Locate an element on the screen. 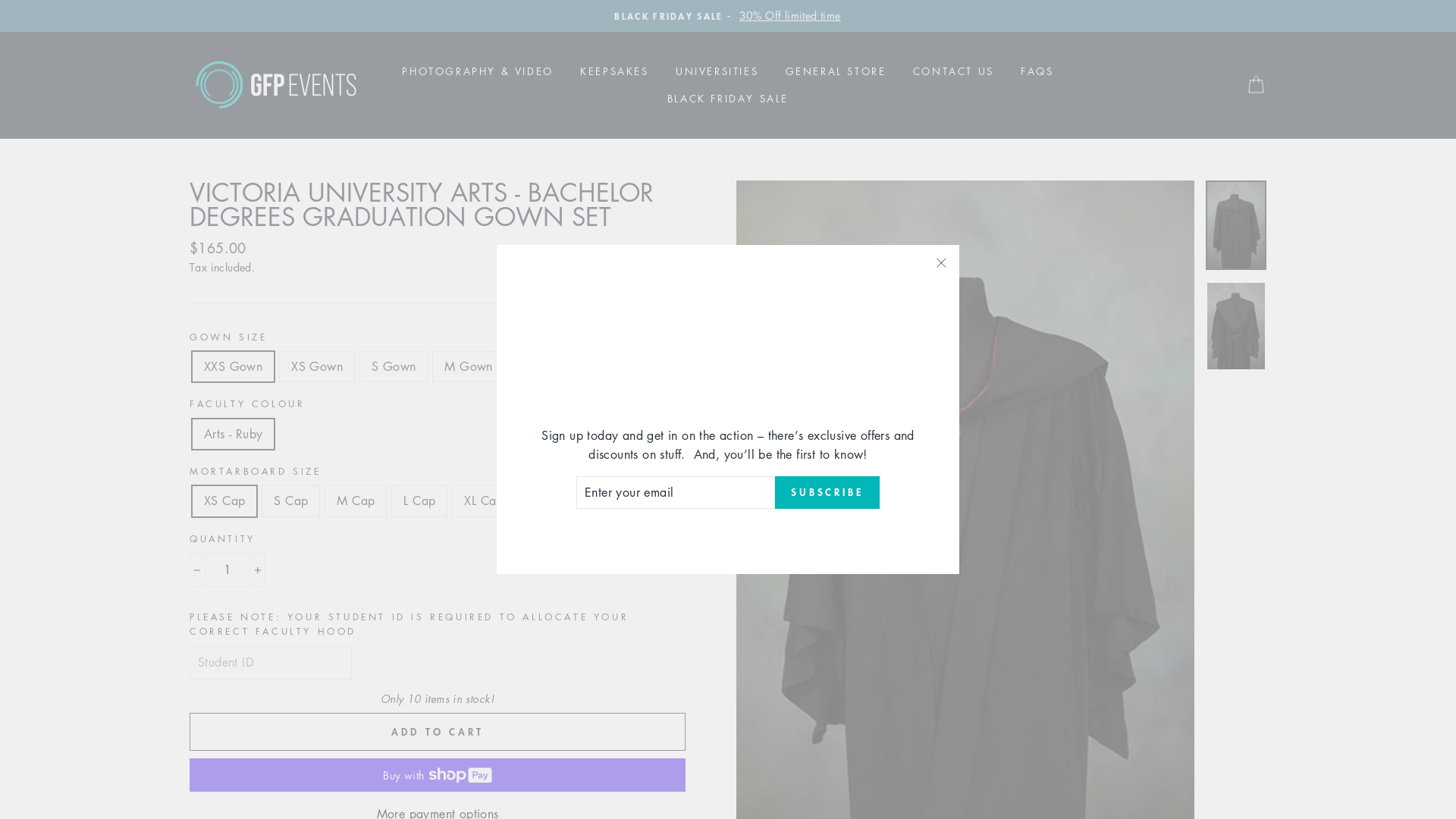 The height and width of the screenshot is (819, 1456). 'Skip to content' is located at coordinates (0, 0).